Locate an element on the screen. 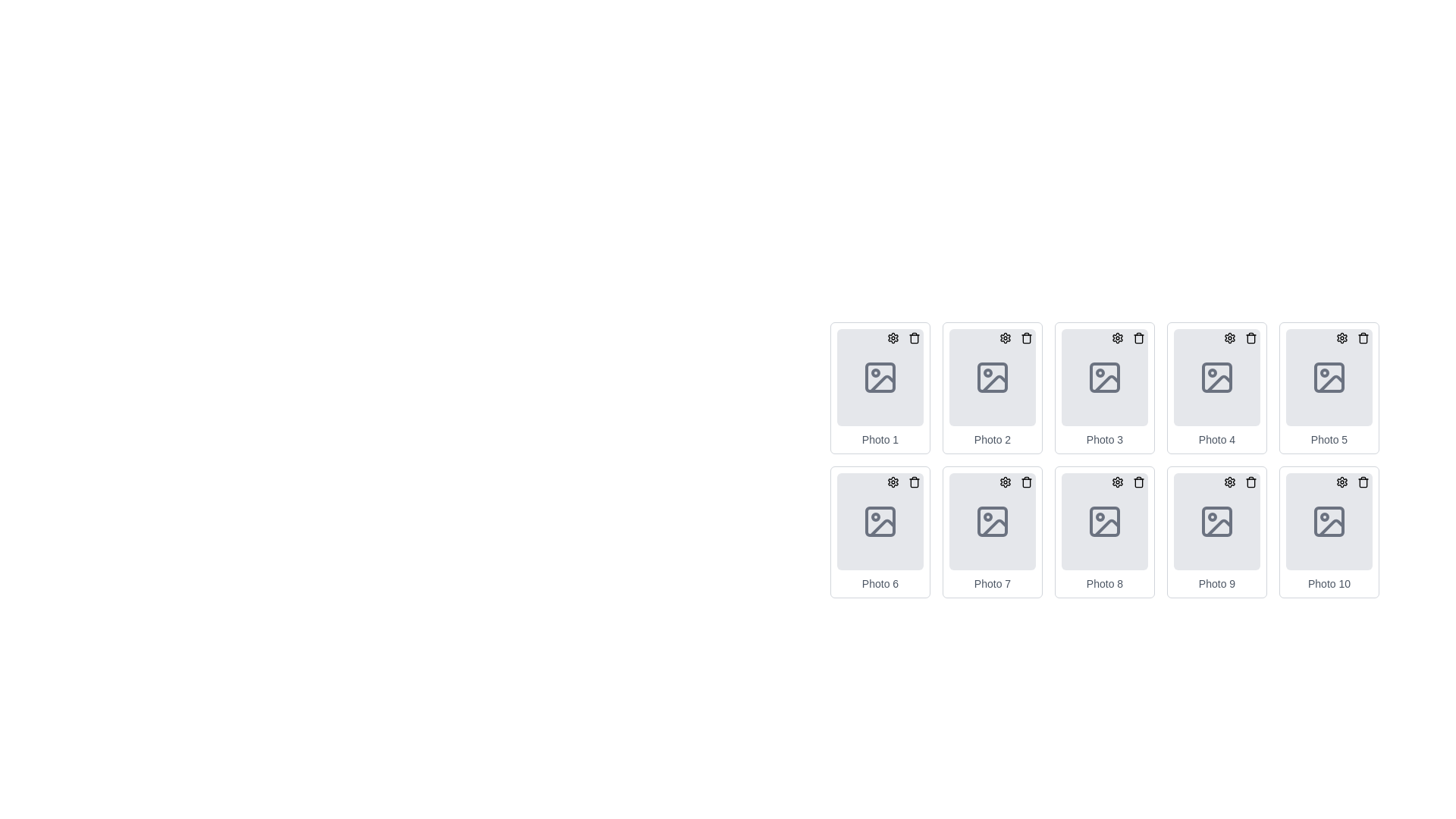 This screenshot has width=1456, height=819. text label that displays 'Photo 8', which is styled in a small format and located beneath an image placeholder in a grid layout is located at coordinates (1105, 583).